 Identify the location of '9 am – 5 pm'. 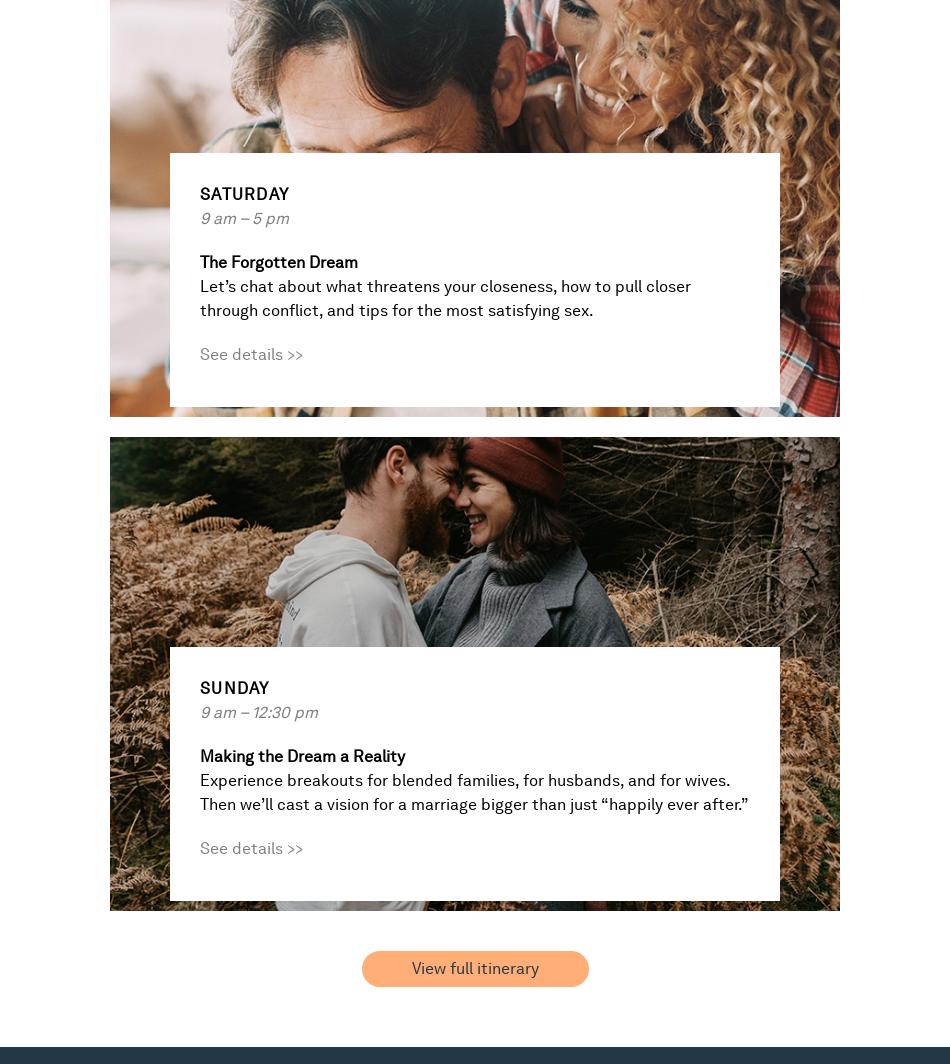
(243, 218).